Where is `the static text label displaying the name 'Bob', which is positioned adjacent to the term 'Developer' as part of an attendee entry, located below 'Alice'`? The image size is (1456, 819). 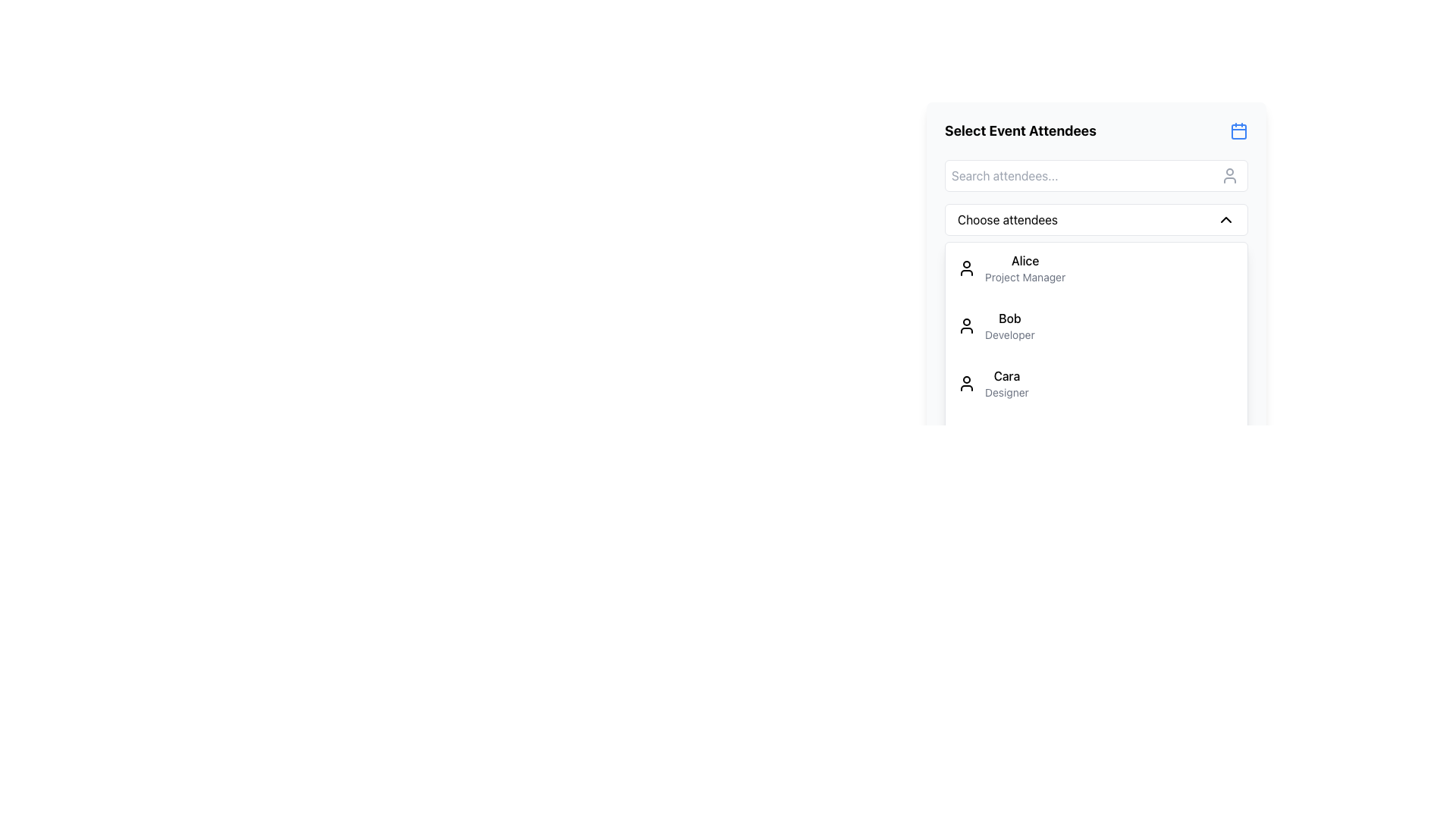 the static text label displaying the name 'Bob', which is positioned adjacent to the term 'Developer' as part of an attendee entry, located below 'Alice' is located at coordinates (1009, 318).